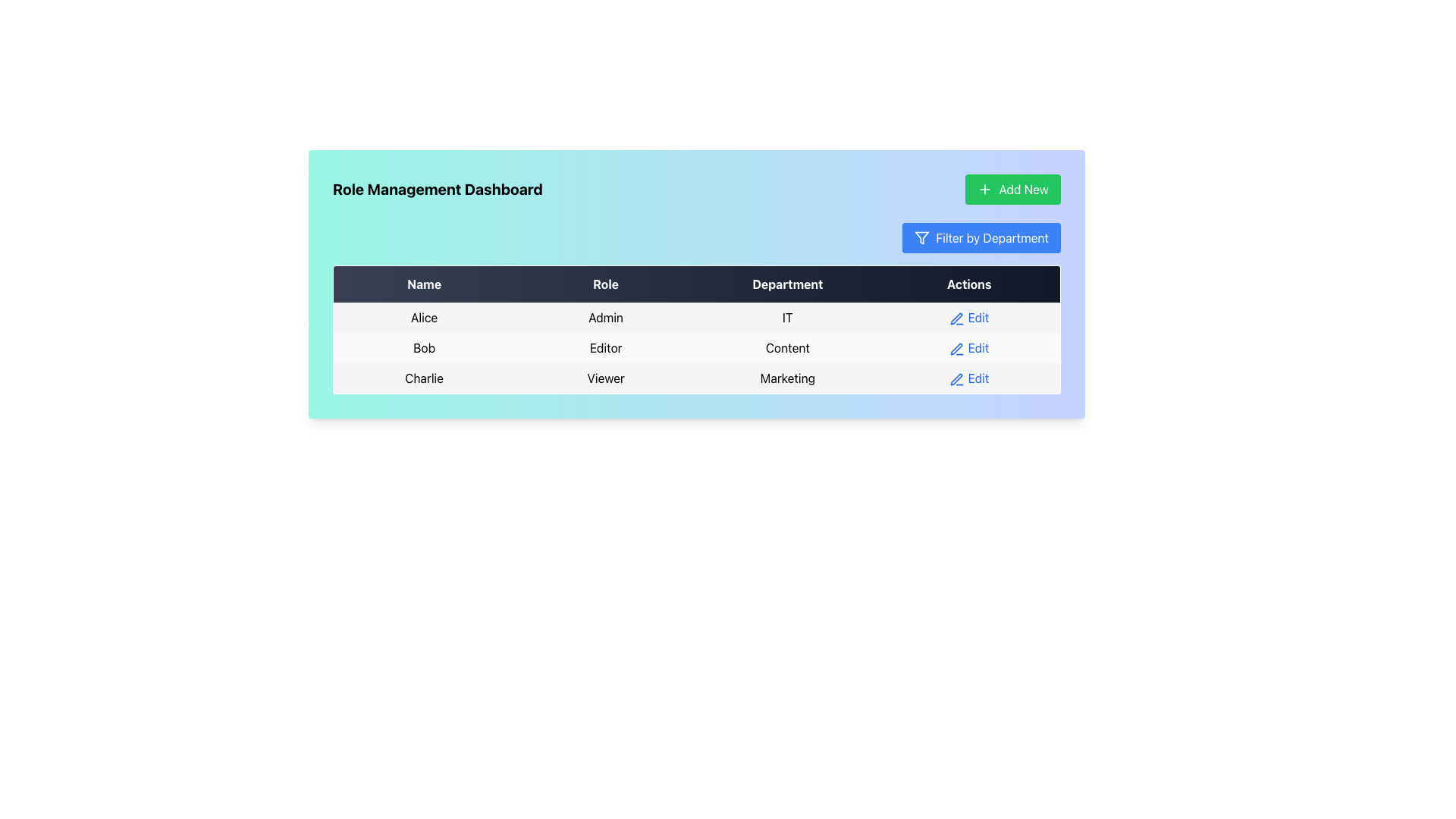 Image resolution: width=1456 pixels, height=819 pixels. I want to click on the pen icon in the 'Actions' column, so click(956, 378).